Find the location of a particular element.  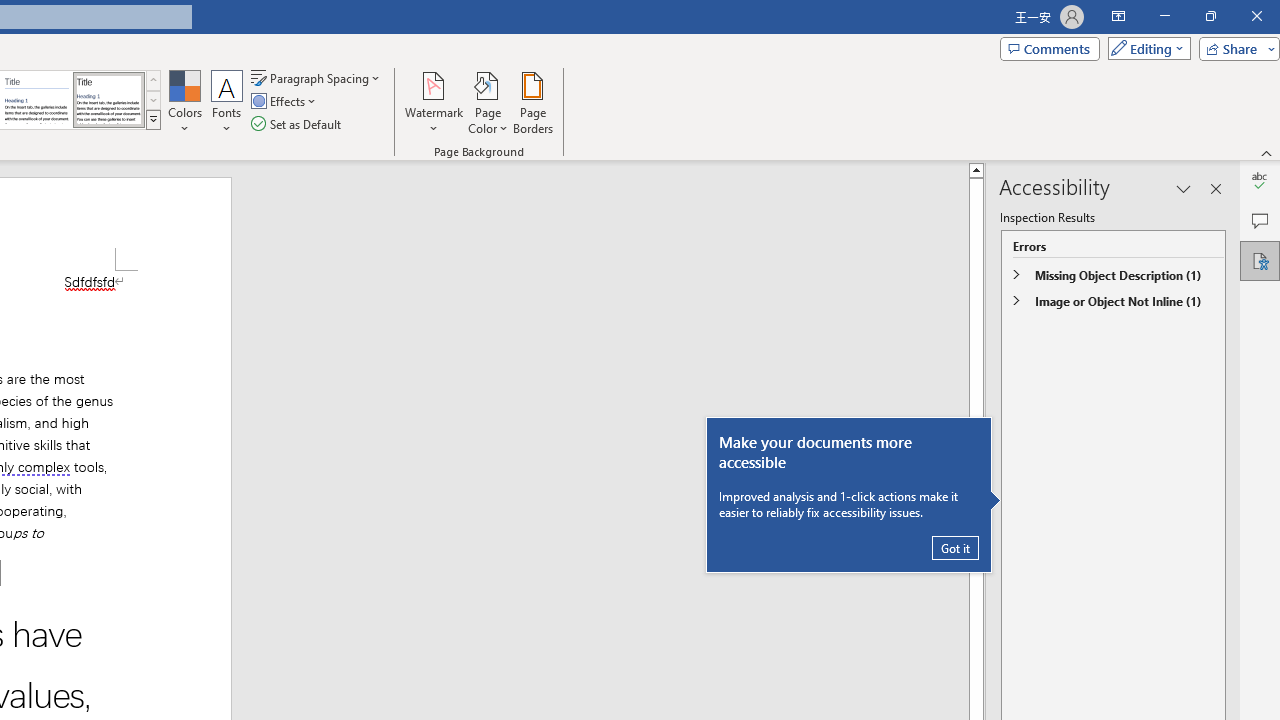

'Colors' is located at coordinates (184, 103).